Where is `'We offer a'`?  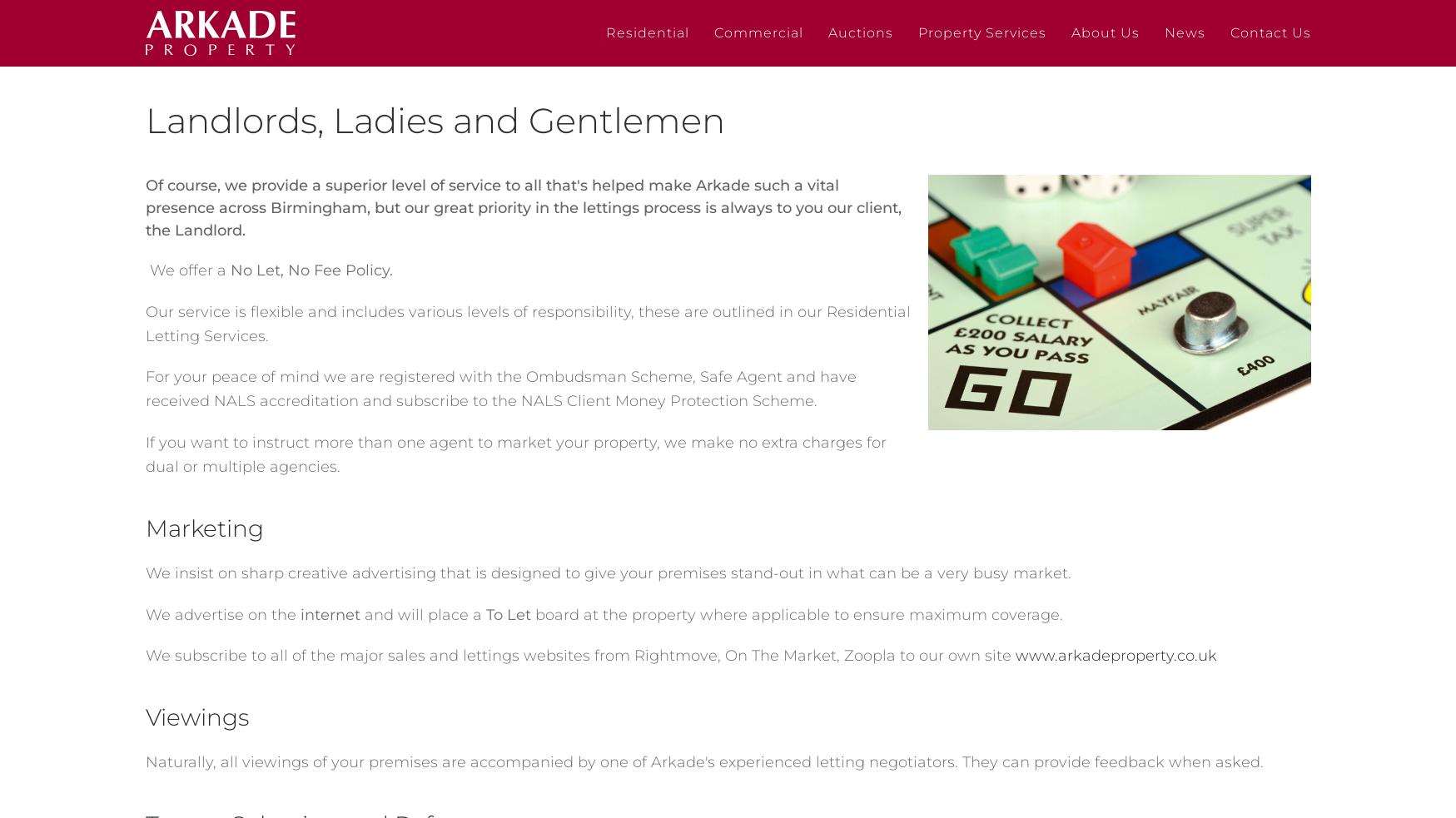 'We offer a' is located at coordinates (186, 270).